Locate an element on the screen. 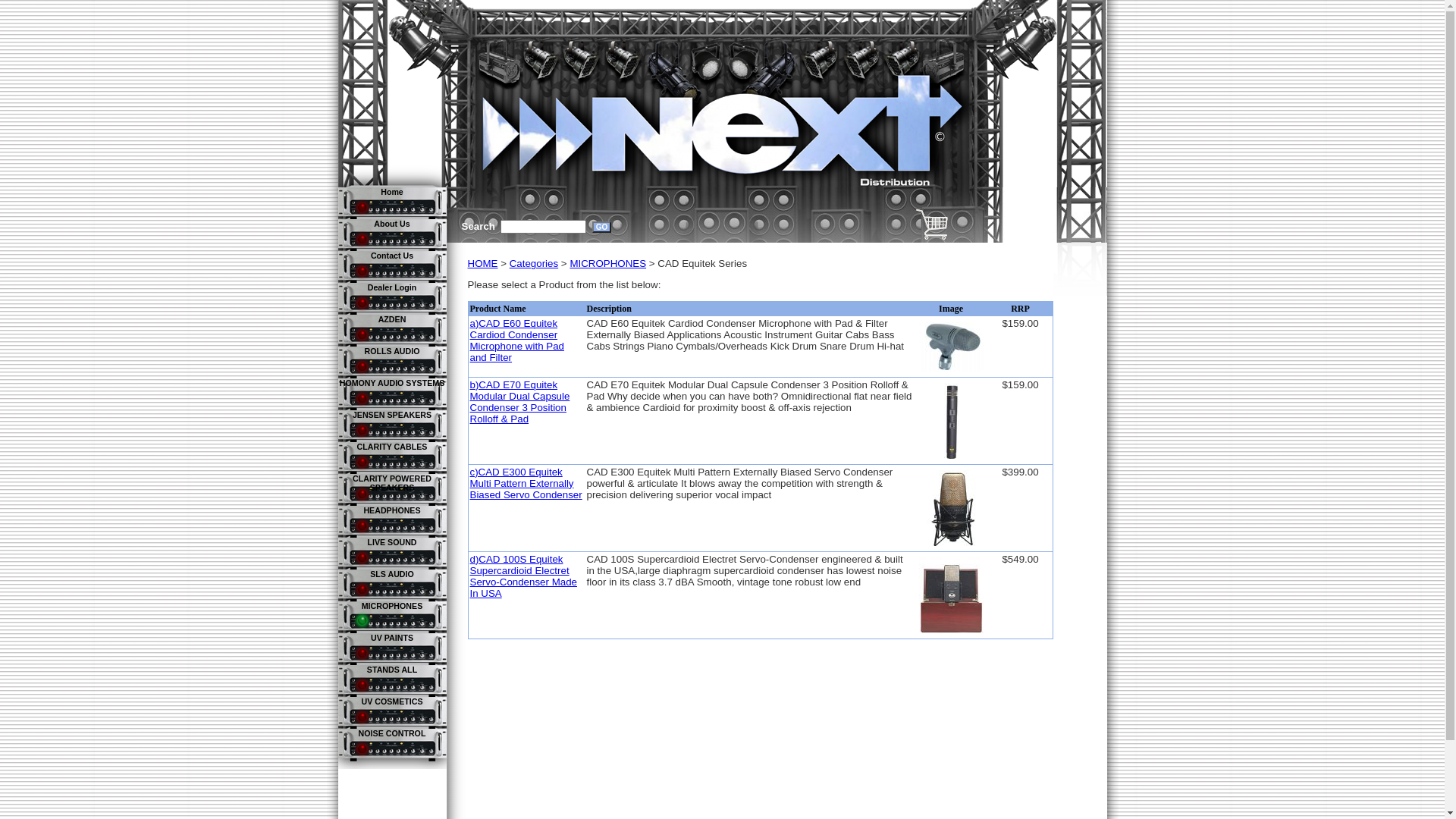  'SLS AUDIO' is located at coordinates (370, 573).